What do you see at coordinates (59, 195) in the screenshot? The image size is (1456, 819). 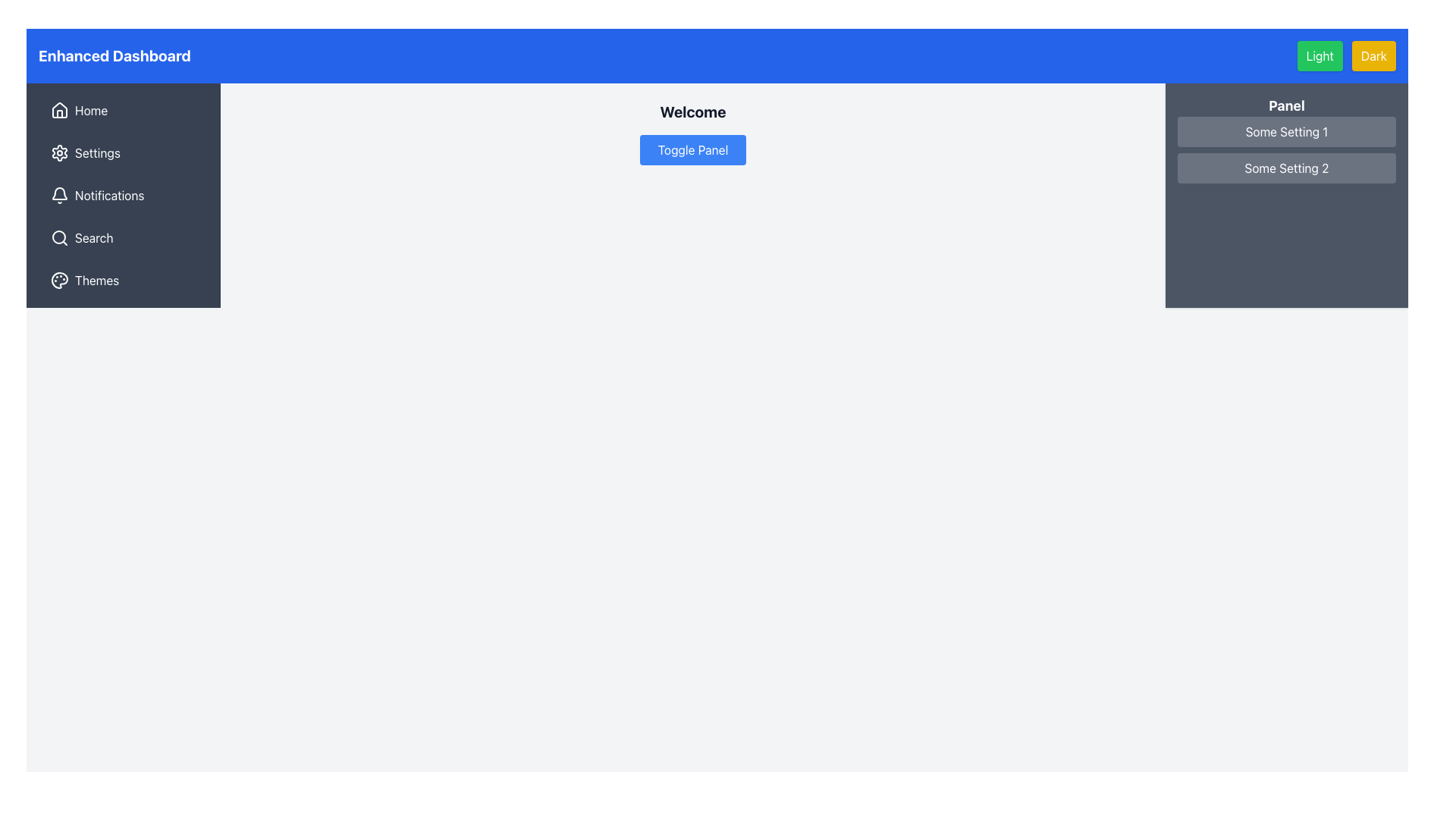 I see `the bell-shaped icon in the 'Notifications' section of the vertical navigation menu` at bounding box center [59, 195].